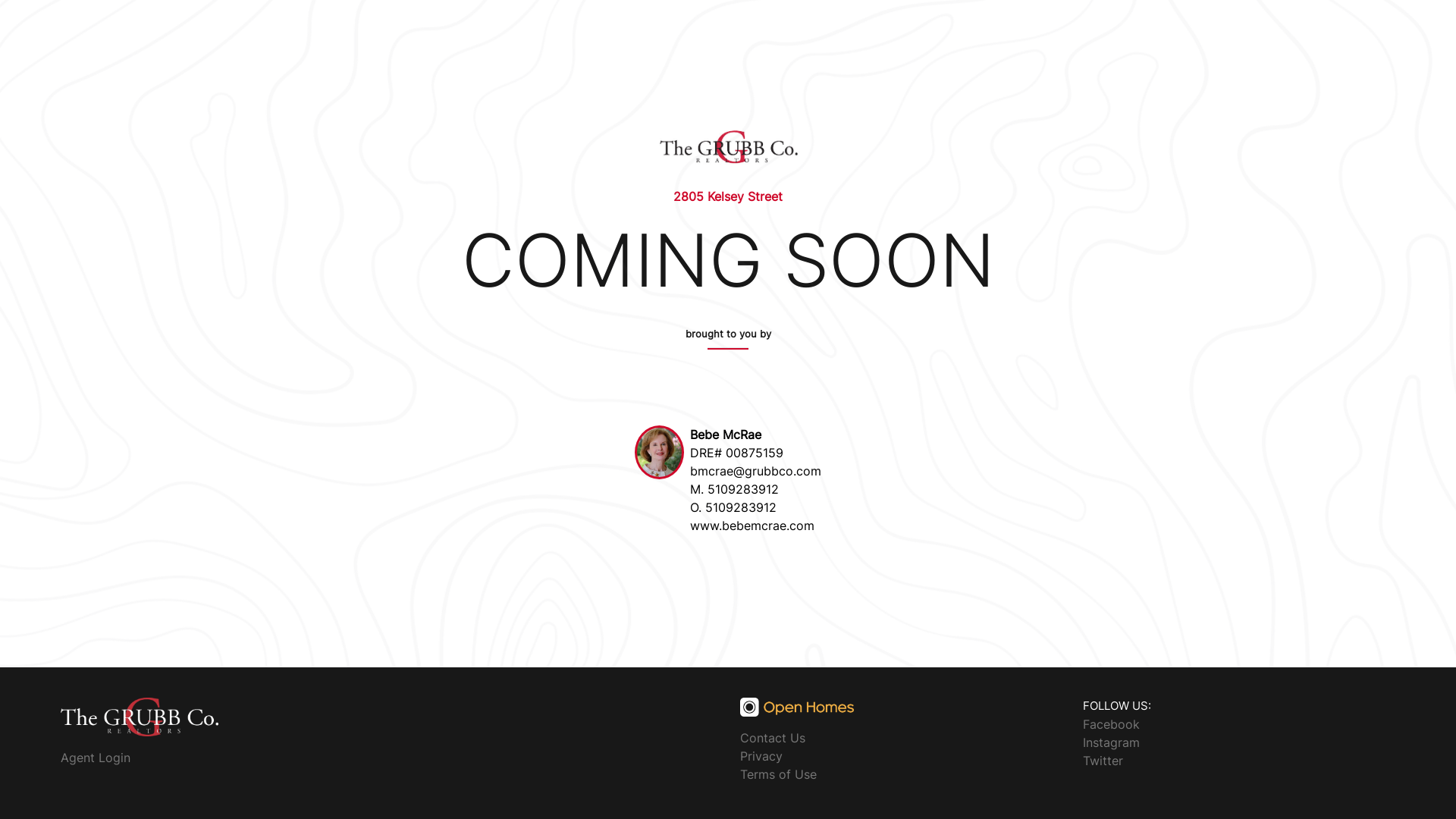 Image resolution: width=1456 pixels, height=819 pixels. Describe the element at coordinates (1111, 741) in the screenshot. I see `'Instagram'` at that location.